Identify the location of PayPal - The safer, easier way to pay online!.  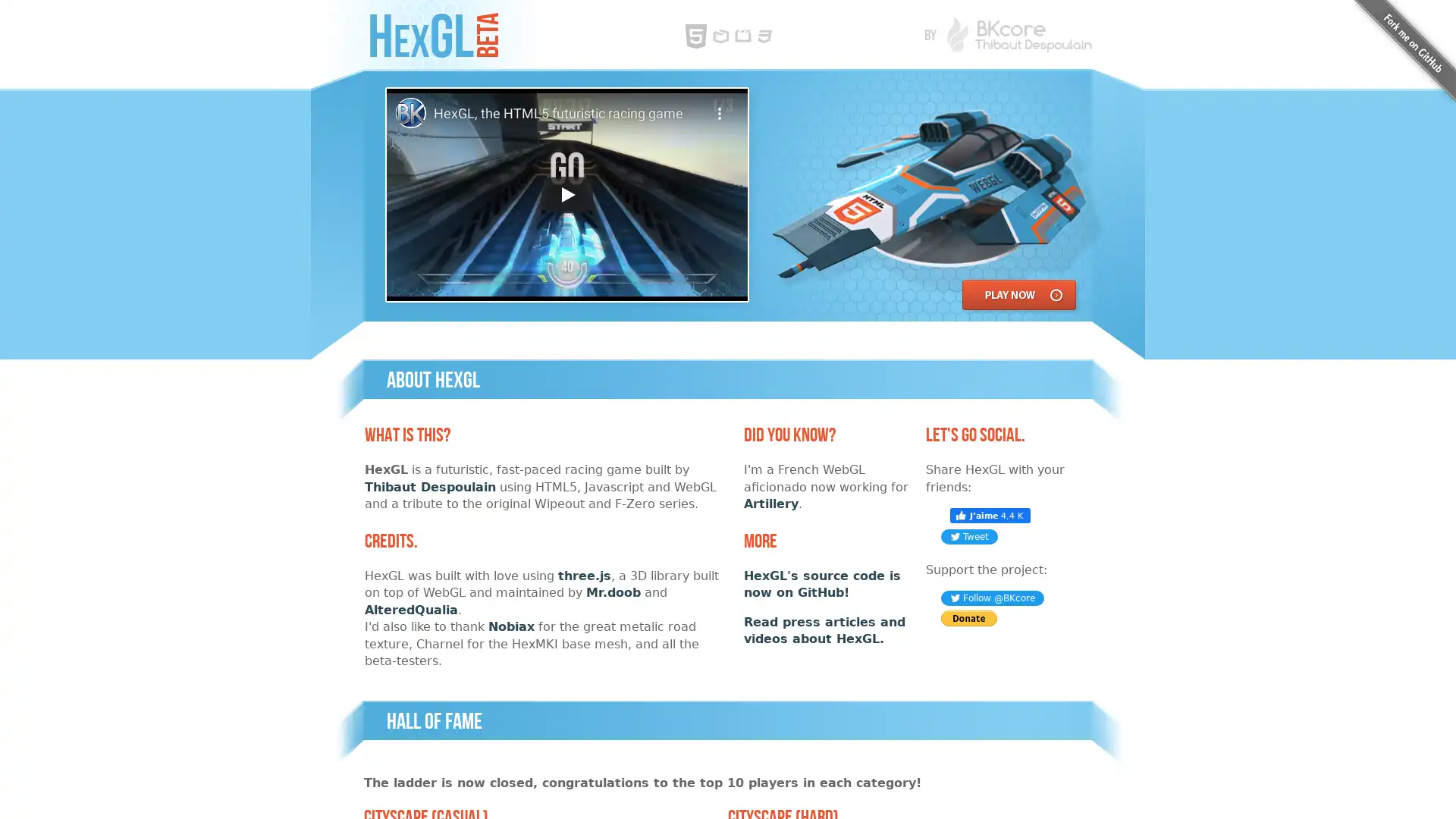
(968, 618).